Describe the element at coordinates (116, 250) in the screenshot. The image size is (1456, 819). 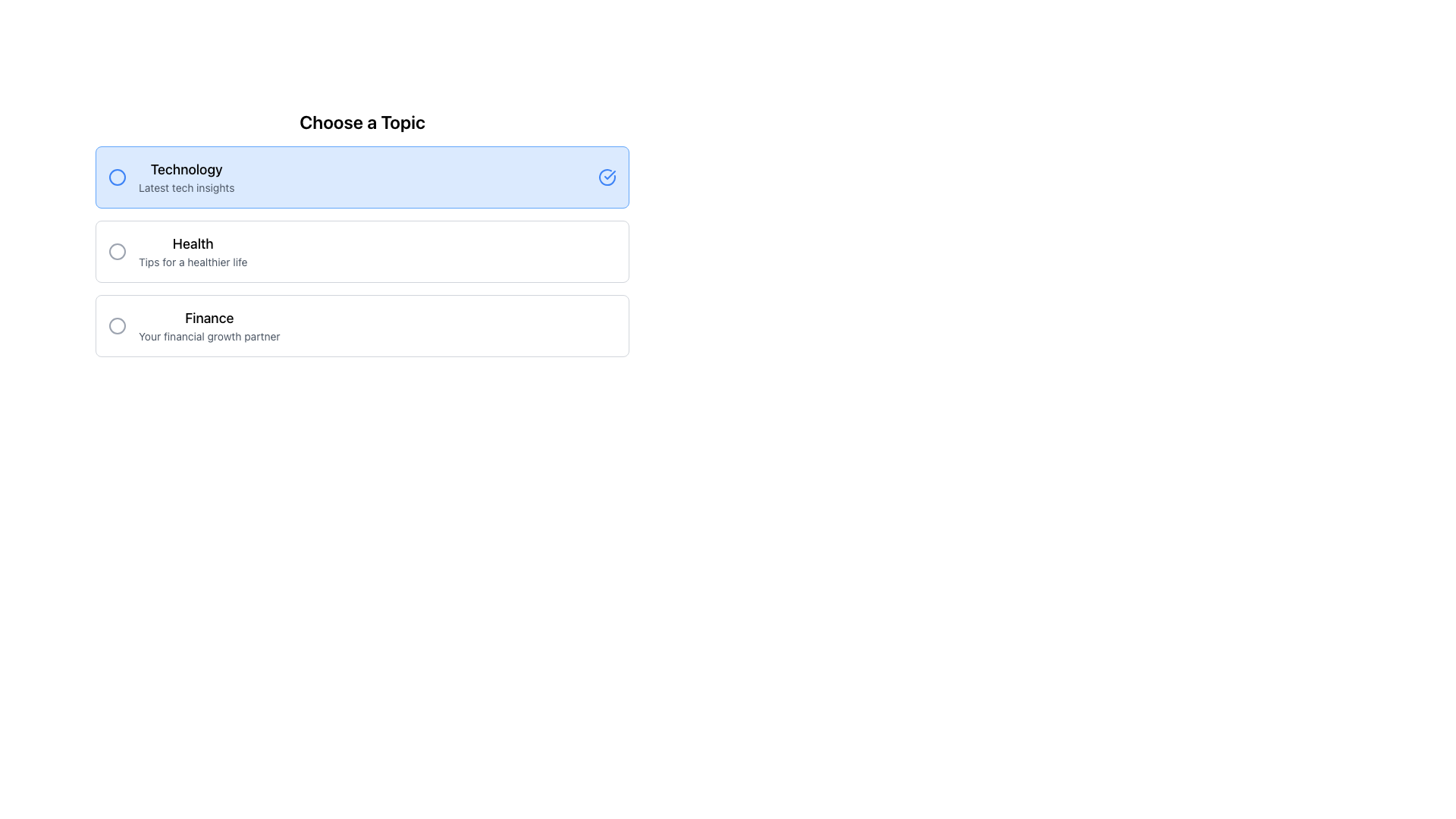
I see `the inner circular graphical indication element that represents the current selection state for the 'Health' option in the topic list` at that location.